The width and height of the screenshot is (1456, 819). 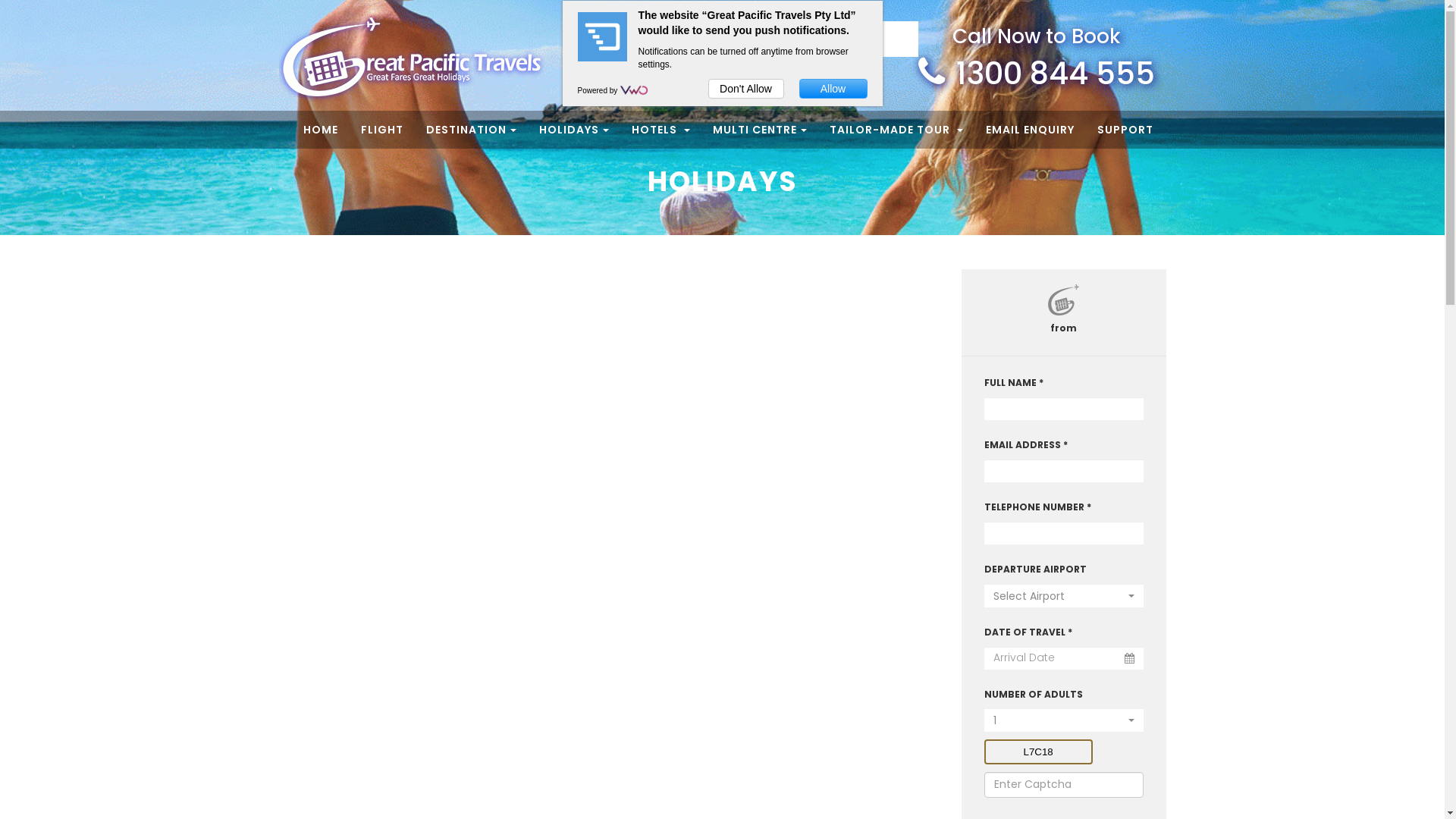 I want to click on 'EMAIL ENQUIRY', so click(x=1030, y=128).